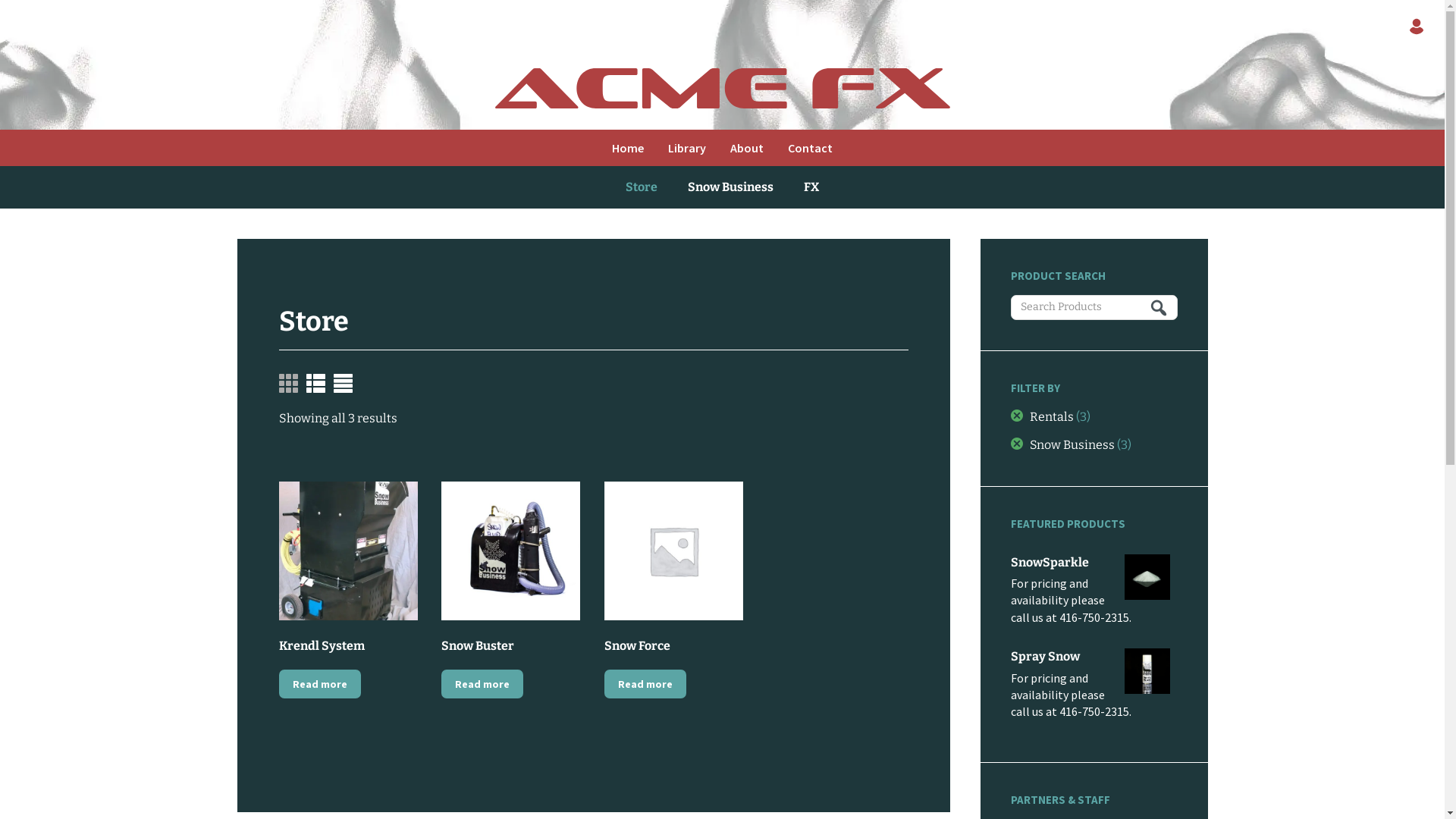 The image size is (1456, 819). I want to click on 'About', so click(717, 148).